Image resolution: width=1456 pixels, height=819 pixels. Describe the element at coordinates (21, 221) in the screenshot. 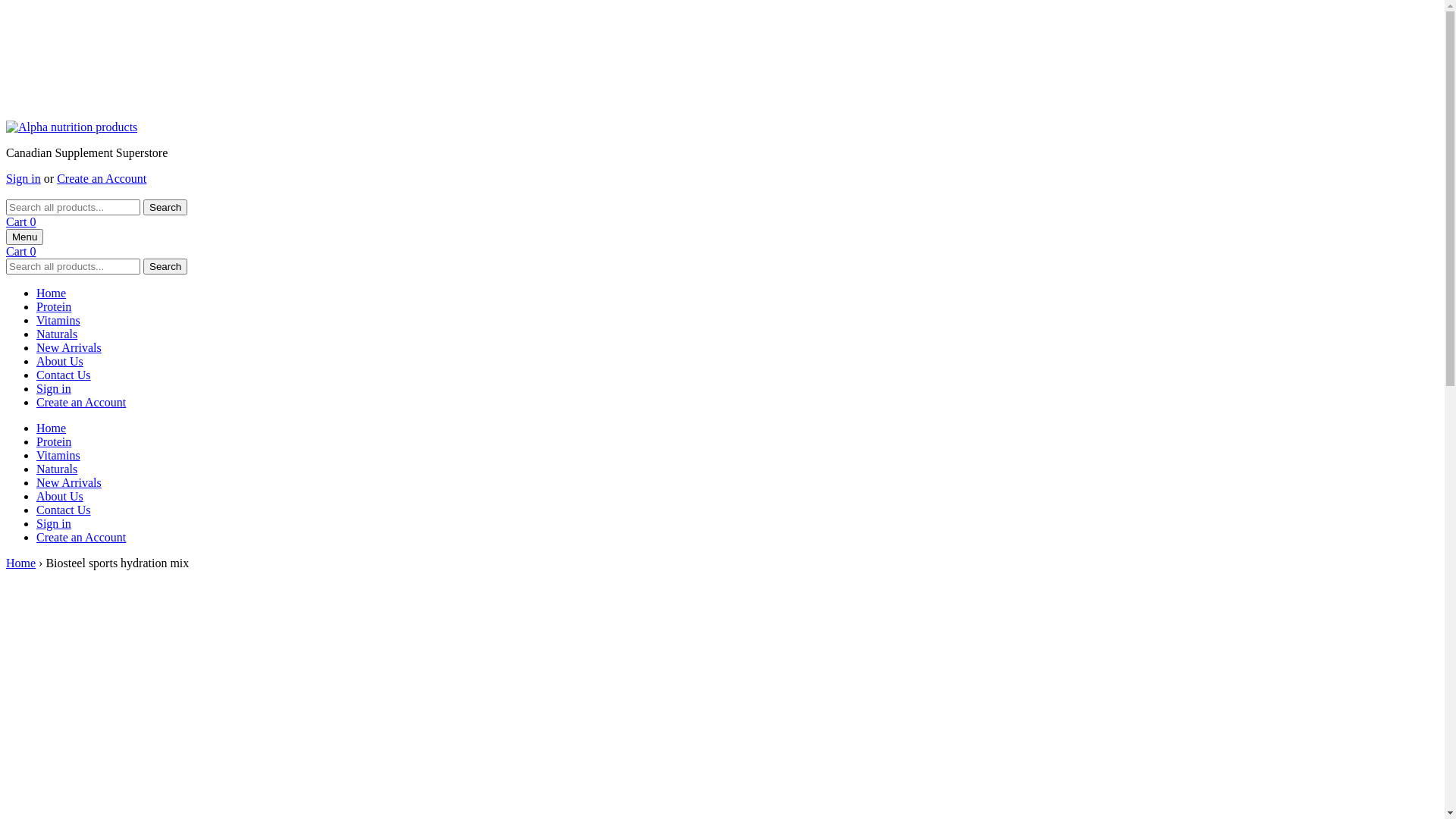

I see `'Cart 0'` at that location.